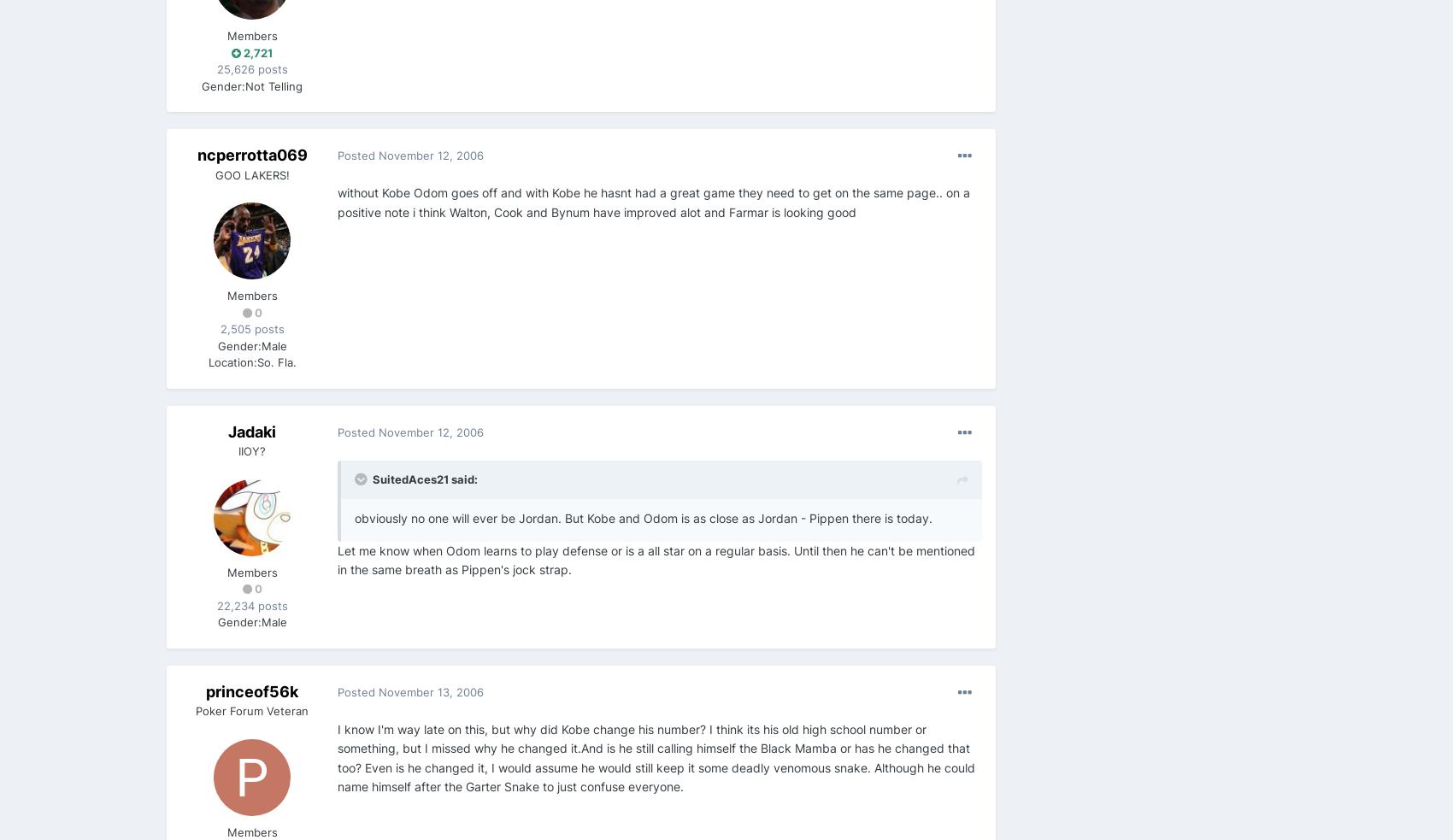  What do you see at coordinates (425, 479) in the screenshot?
I see `'SuitedAces21 said:'` at bounding box center [425, 479].